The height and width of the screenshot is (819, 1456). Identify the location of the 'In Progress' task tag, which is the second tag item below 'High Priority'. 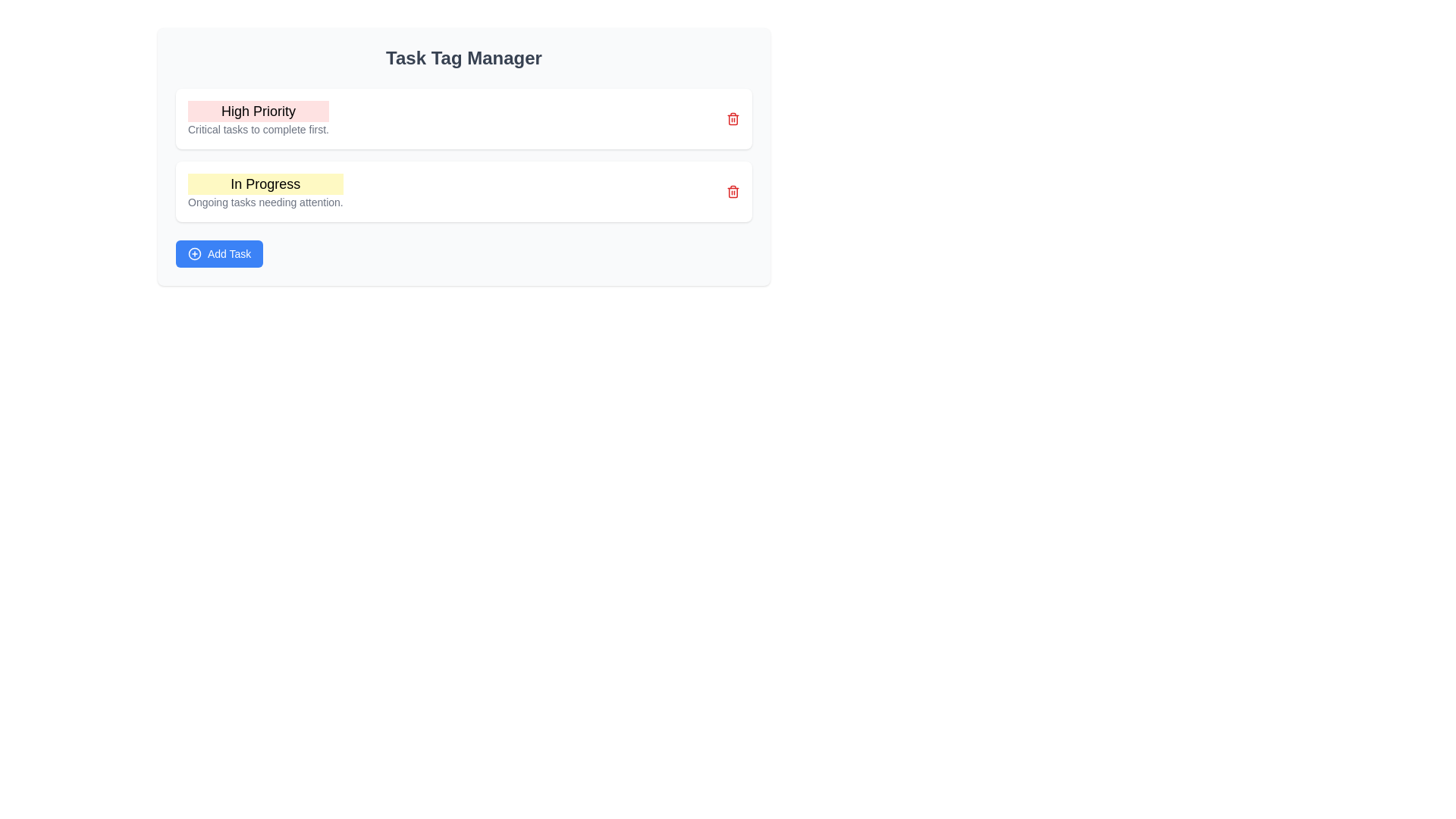
(265, 191).